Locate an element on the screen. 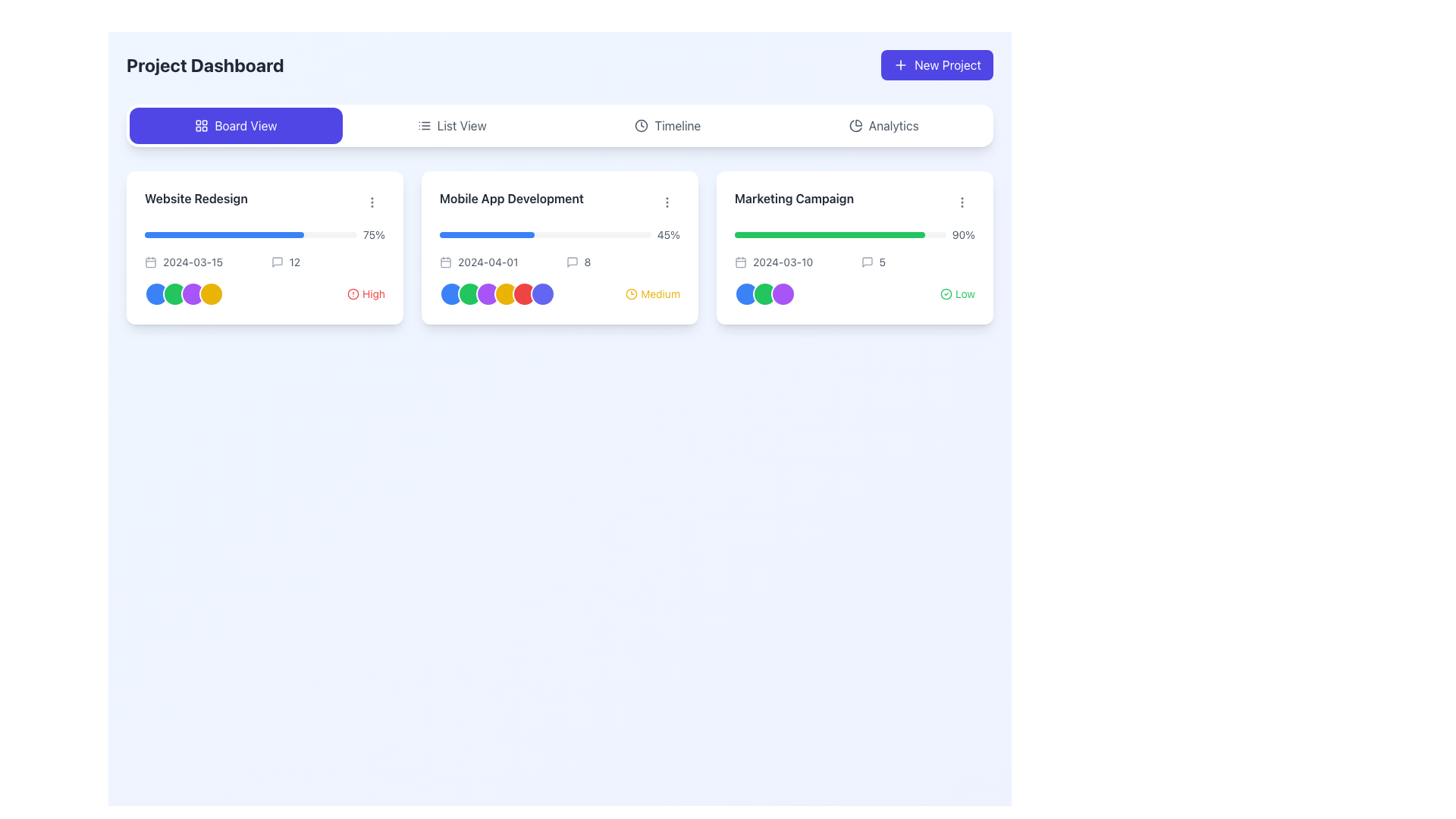 This screenshot has width=1456, height=819. the Icon that visually indicates a time-related concept, which is located to the left of the 'Medium' text in the second card of three cards is located at coordinates (632, 294).